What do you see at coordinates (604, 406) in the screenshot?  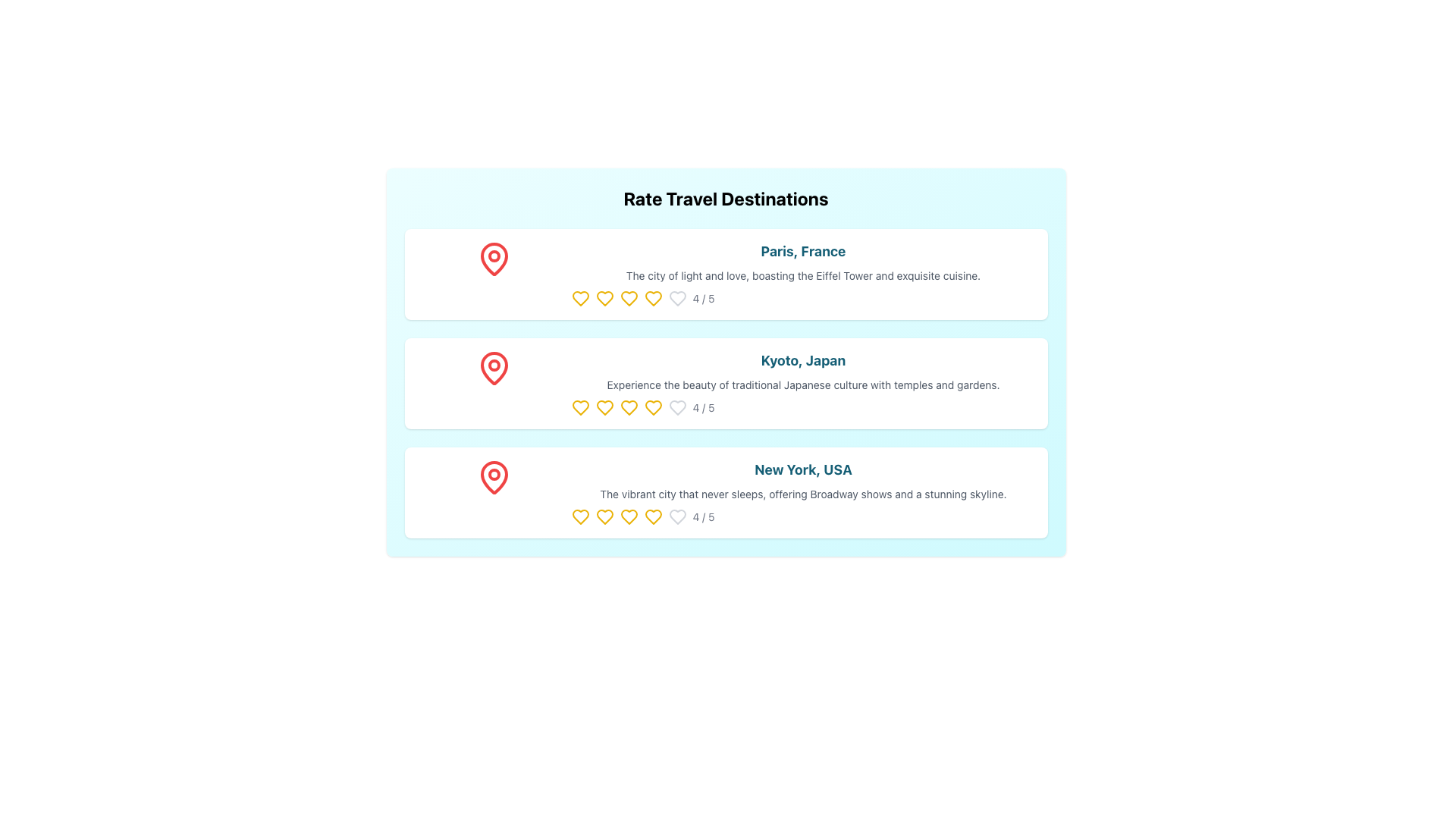 I see `the second heart-shaped rating icon styled in yellow under the 'Kyoto, Japan' section to enlarge it through CSS transformation effect` at bounding box center [604, 406].